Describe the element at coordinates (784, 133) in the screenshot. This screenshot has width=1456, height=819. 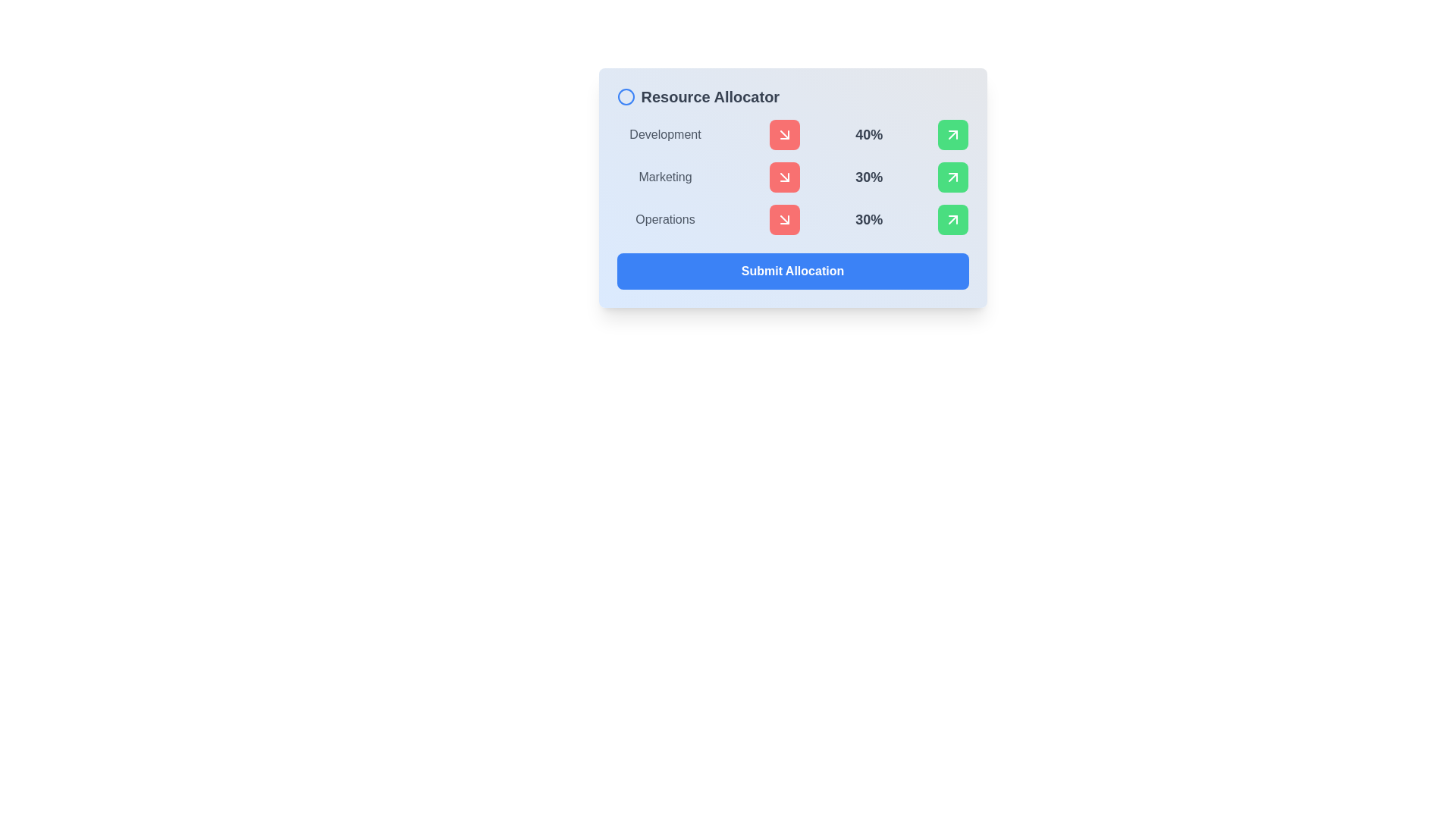
I see `the downward-right arrow SVG icon located within the red circular button in the first row of the Resource Allocator table associated with the Development label` at that location.